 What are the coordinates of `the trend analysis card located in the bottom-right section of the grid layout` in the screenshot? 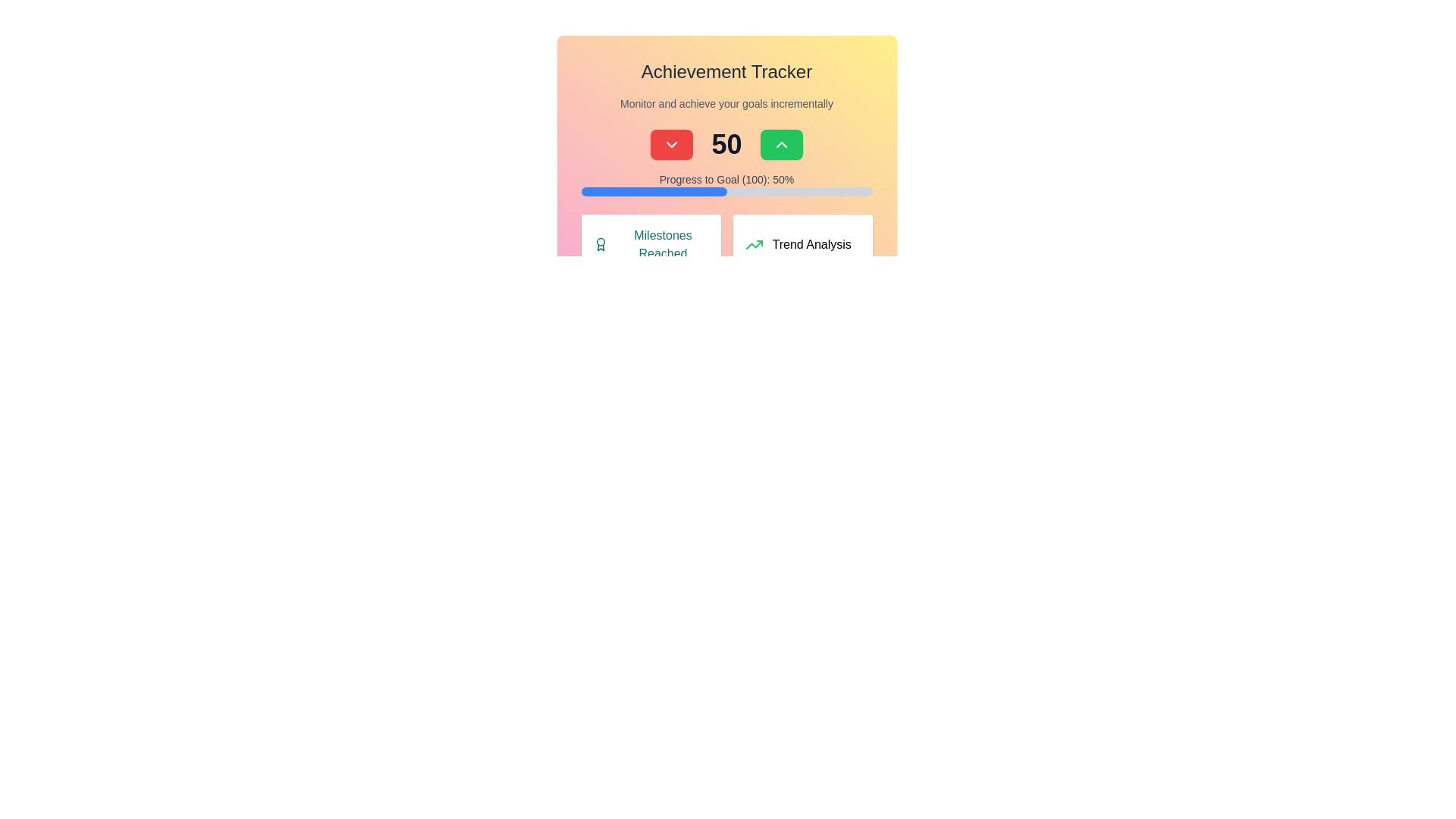 It's located at (802, 244).